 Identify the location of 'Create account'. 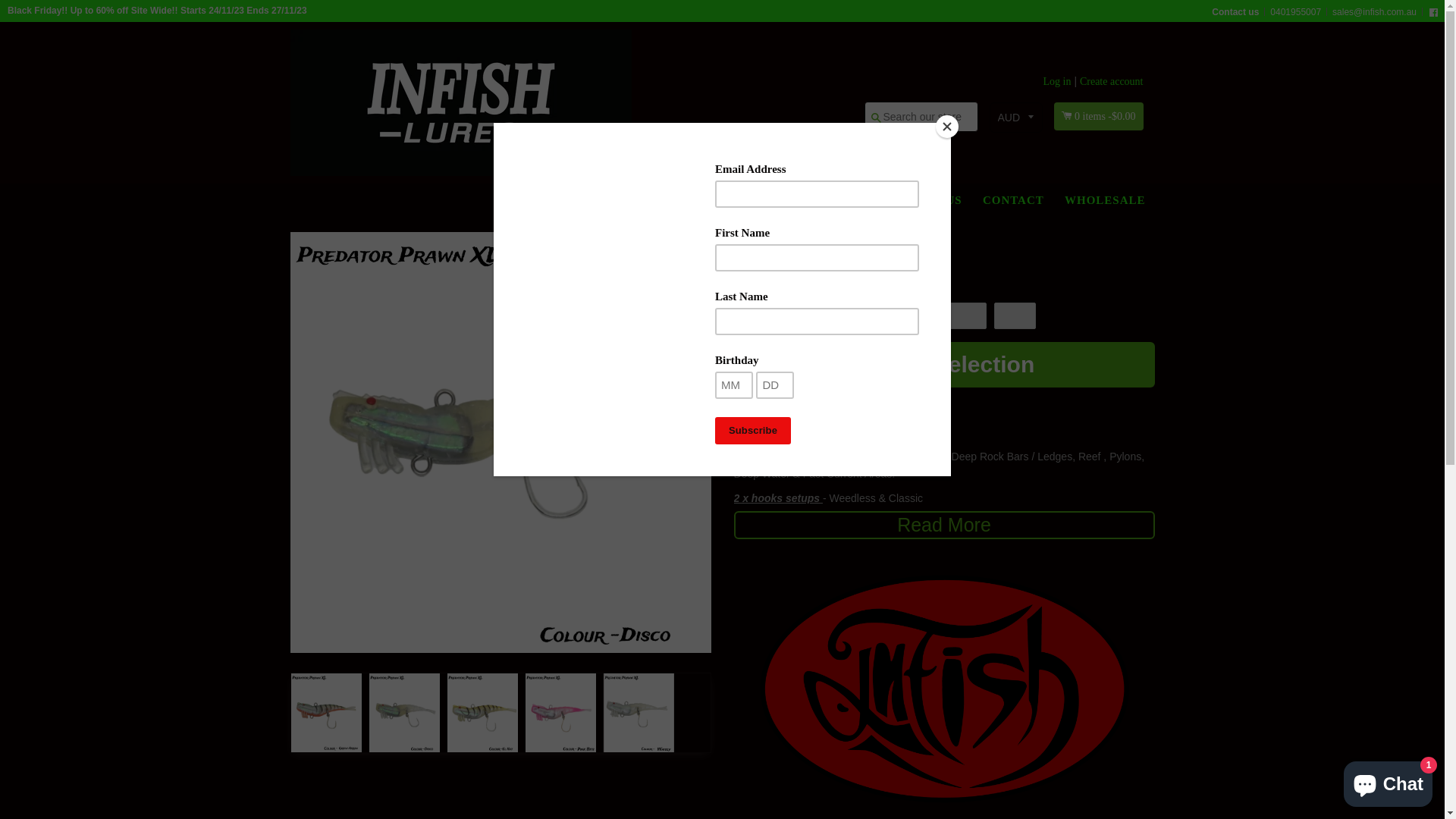
(1111, 81).